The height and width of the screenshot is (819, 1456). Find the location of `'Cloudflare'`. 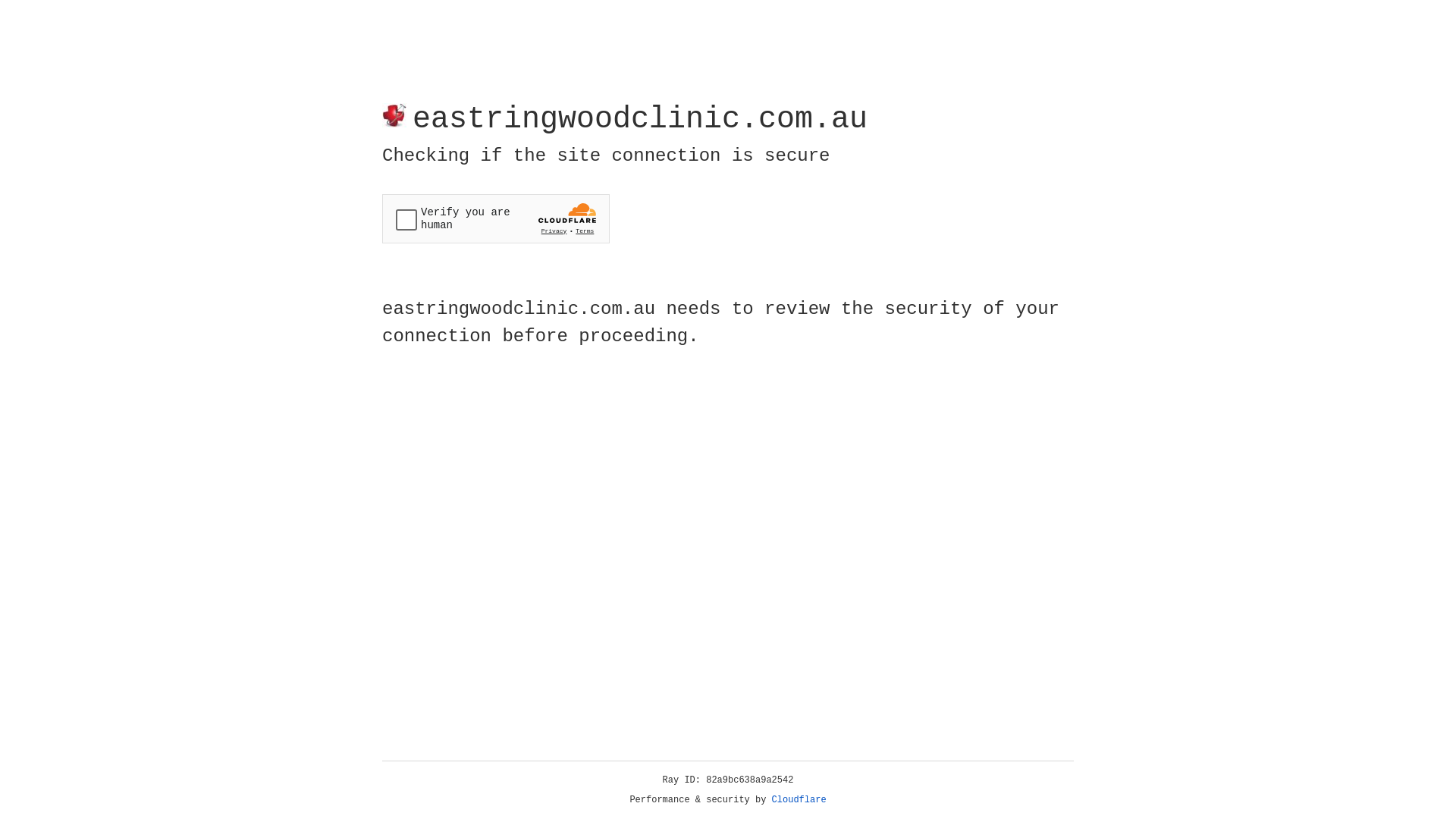

'Cloudflare' is located at coordinates (799, 799).